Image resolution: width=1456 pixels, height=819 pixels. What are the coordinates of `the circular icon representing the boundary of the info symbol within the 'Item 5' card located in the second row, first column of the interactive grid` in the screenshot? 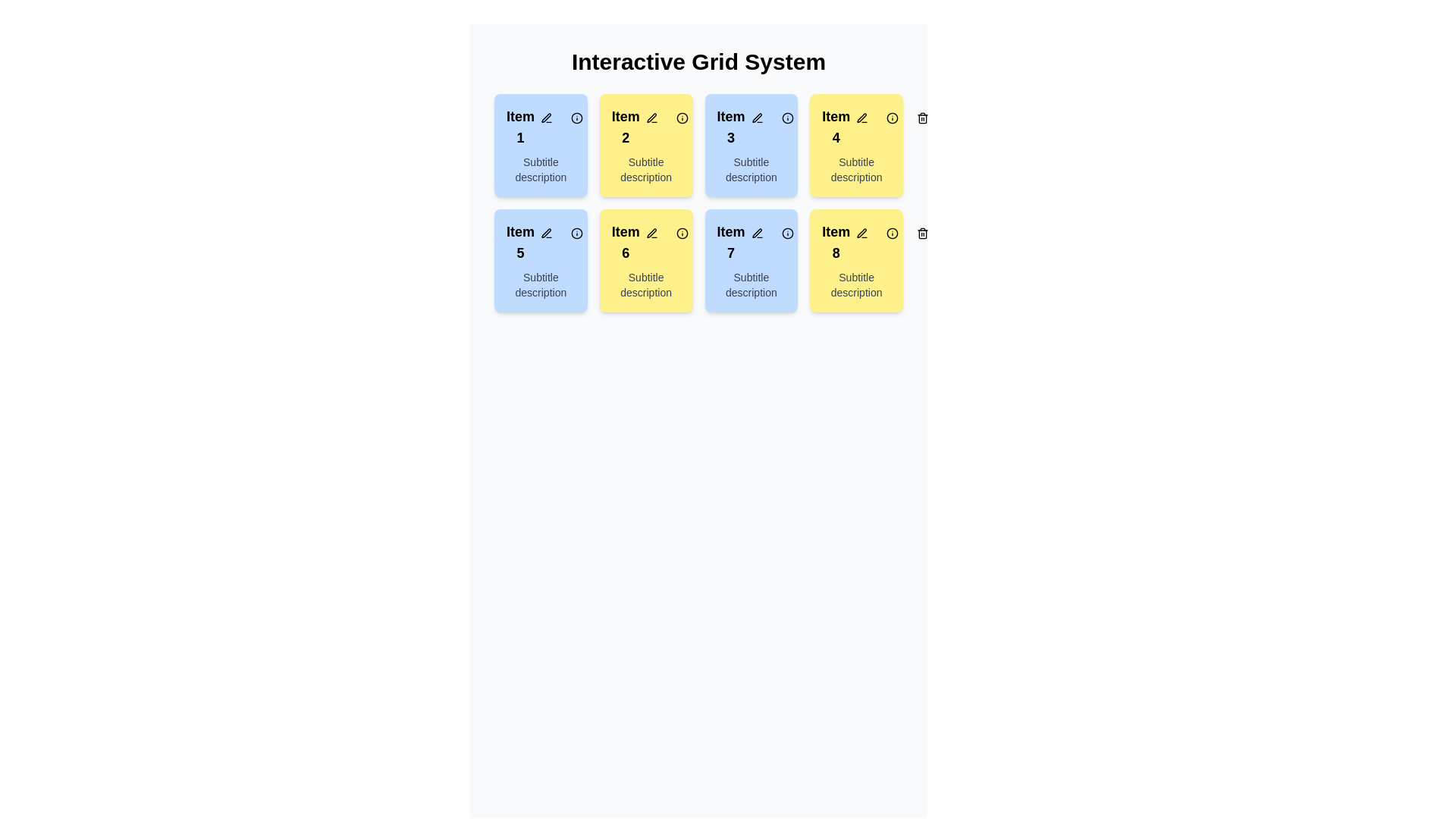 It's located at (576, 234).